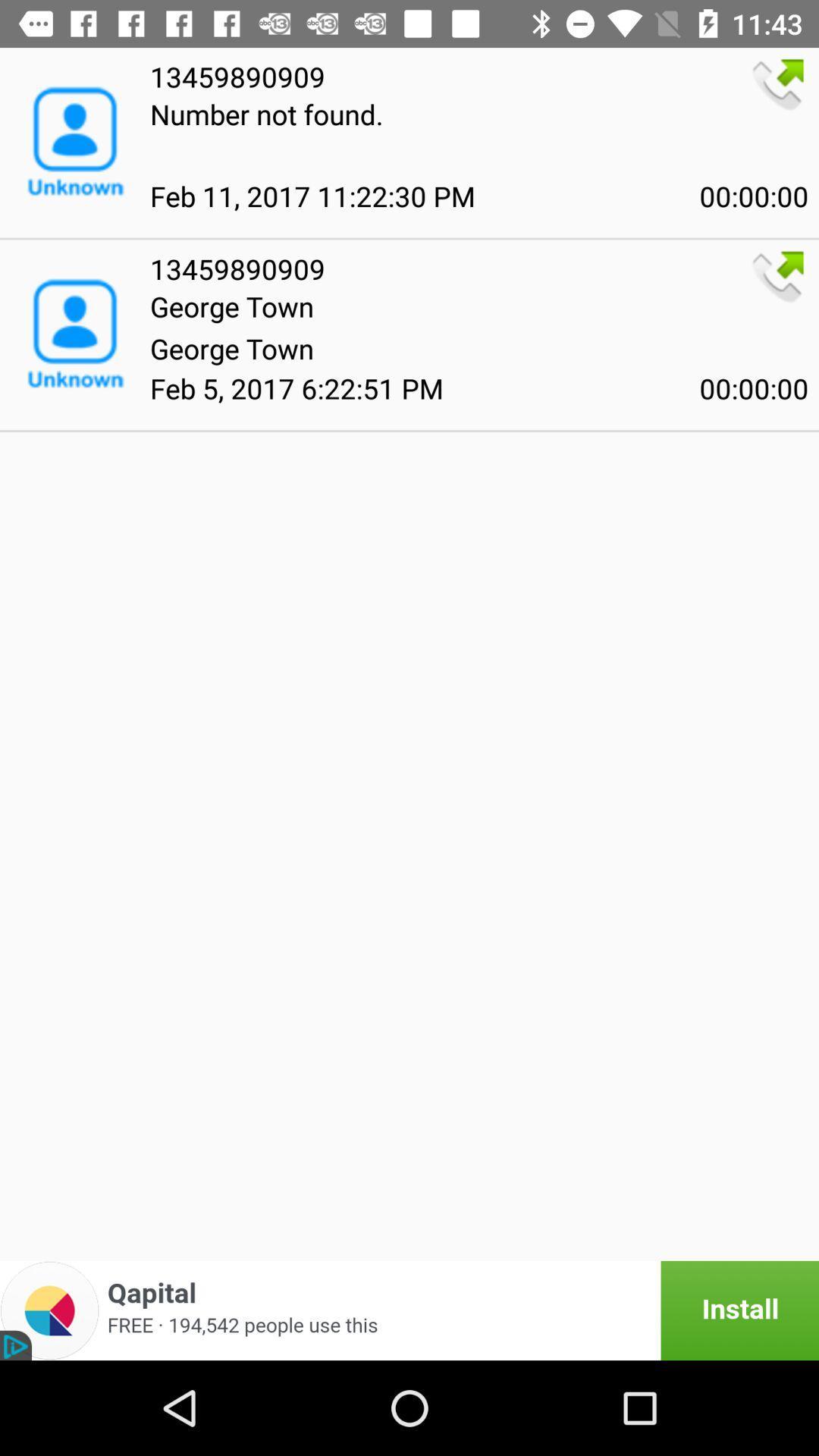  I want to click on install the advertisement, so click(409, 1310).